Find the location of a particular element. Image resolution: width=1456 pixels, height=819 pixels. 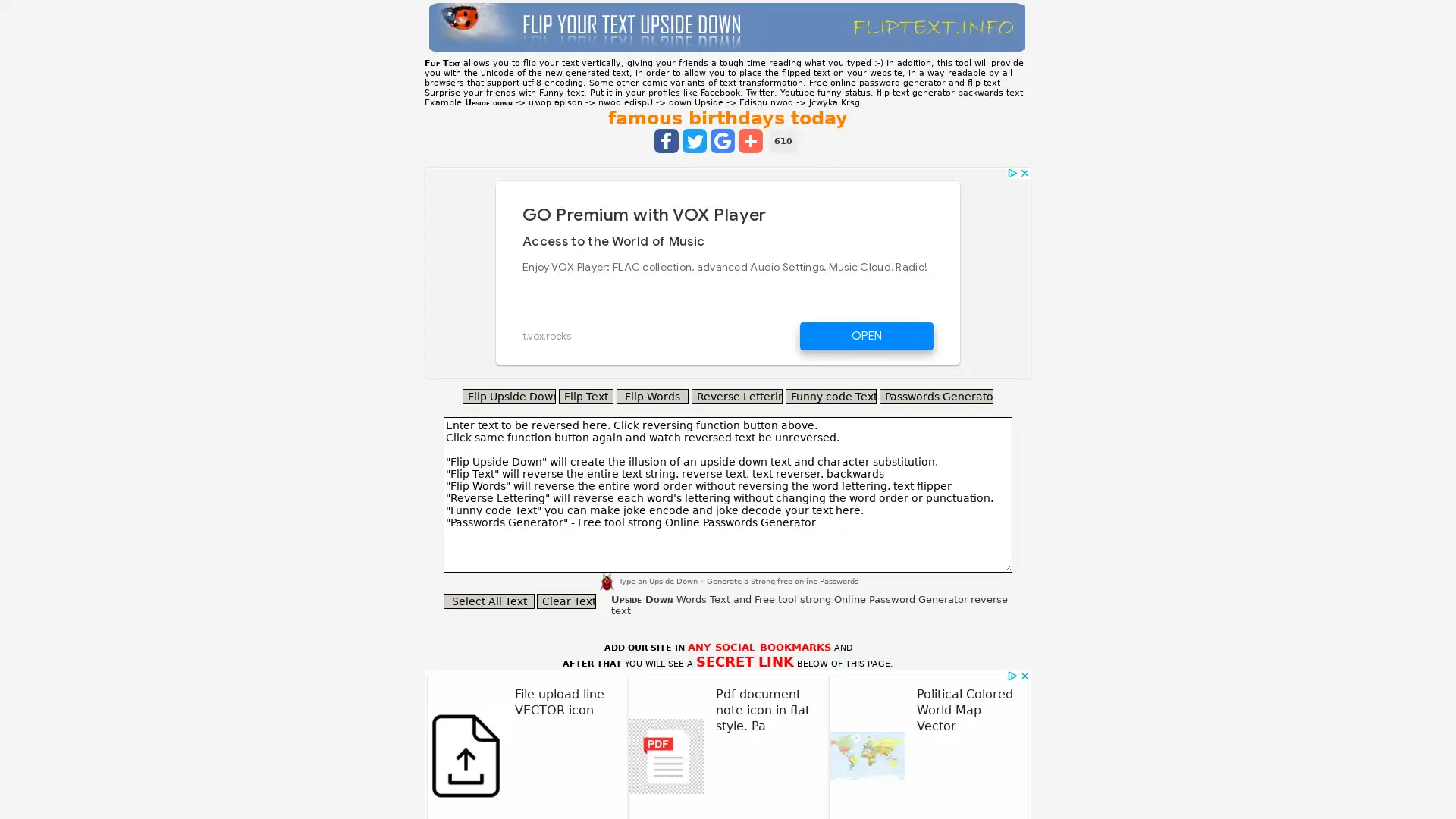

Select All Text is located at coordinates (488, 601).